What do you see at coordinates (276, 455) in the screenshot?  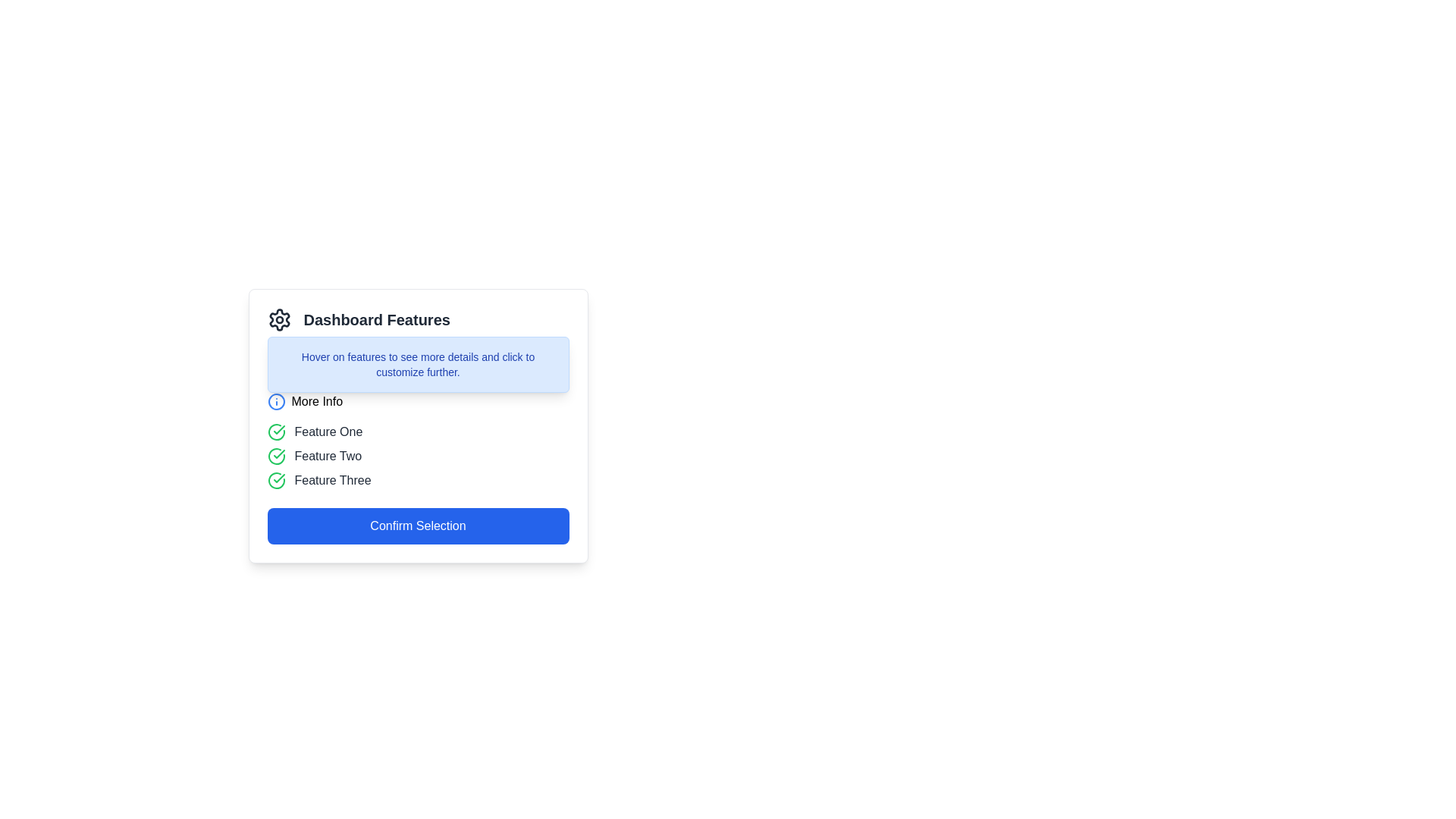 I see `the circular green outlined icon with a checkmark` at bounding box center [276, 455].